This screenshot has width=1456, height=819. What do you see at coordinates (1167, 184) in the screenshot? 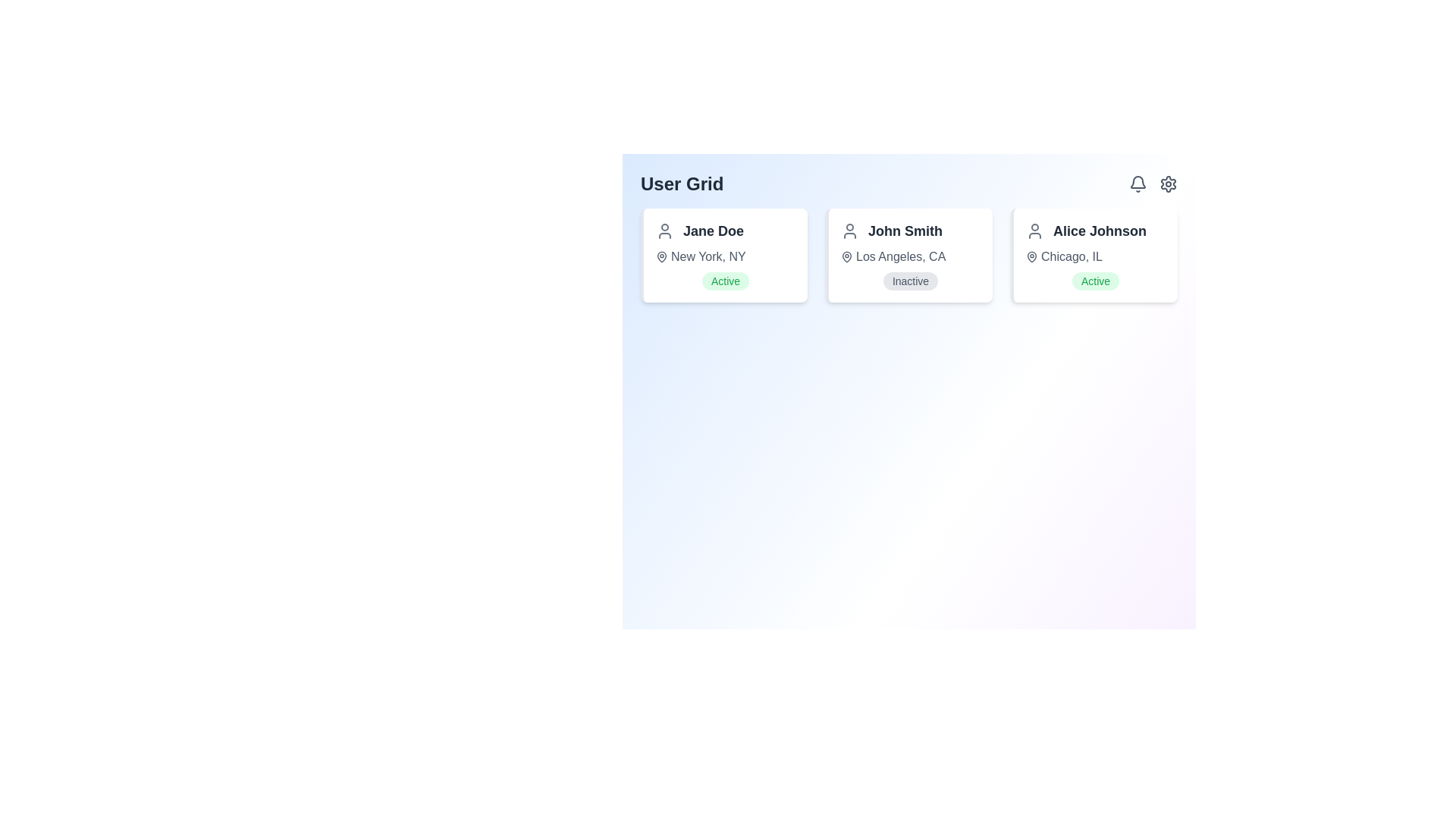
I see `the gear icon located in the top-right corner of the interface` at bounding box center [1167, 184].